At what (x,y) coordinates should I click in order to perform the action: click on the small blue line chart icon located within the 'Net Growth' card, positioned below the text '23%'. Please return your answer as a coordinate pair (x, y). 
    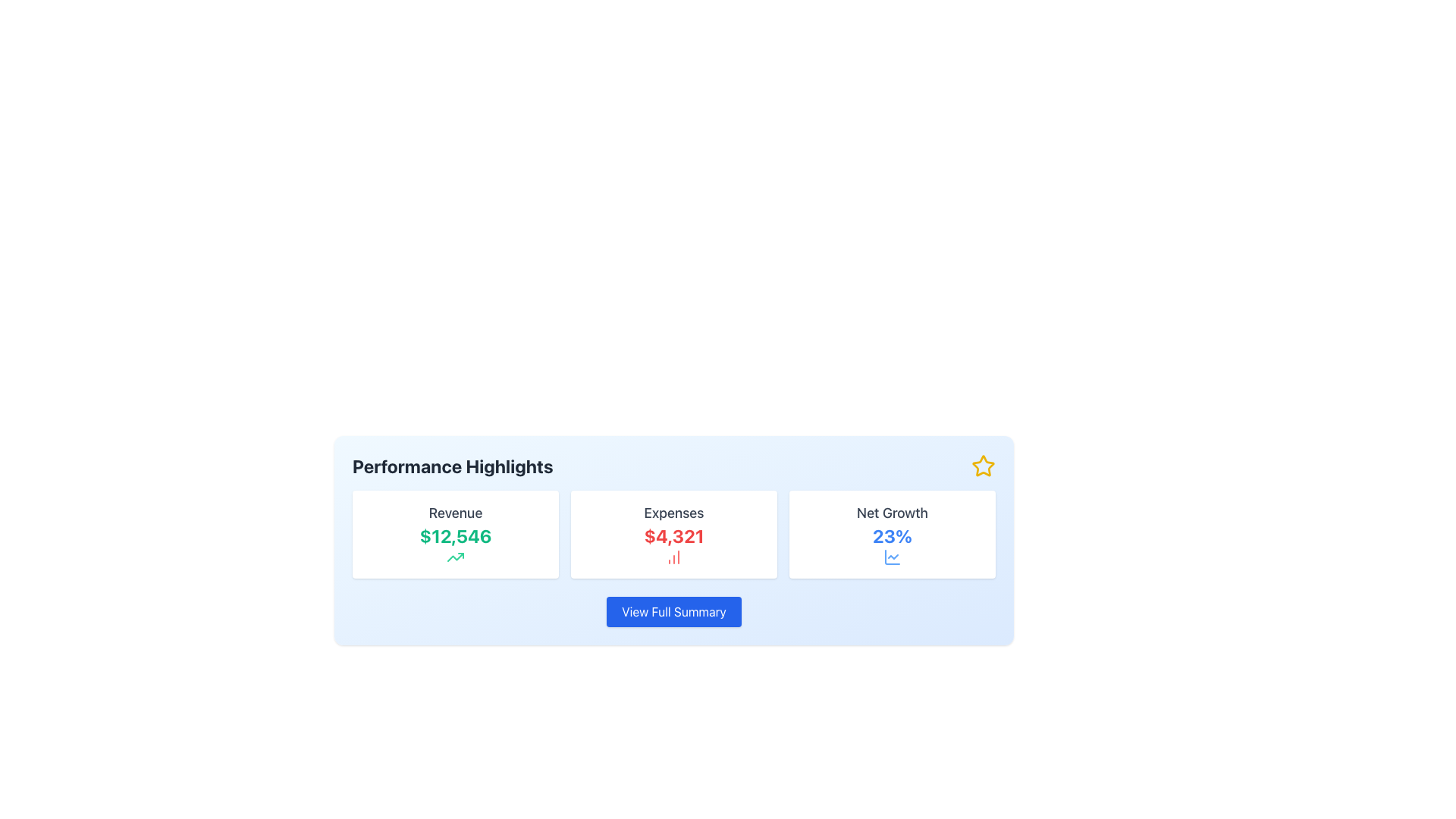
    Looking at the image, I should click on (892, 557).